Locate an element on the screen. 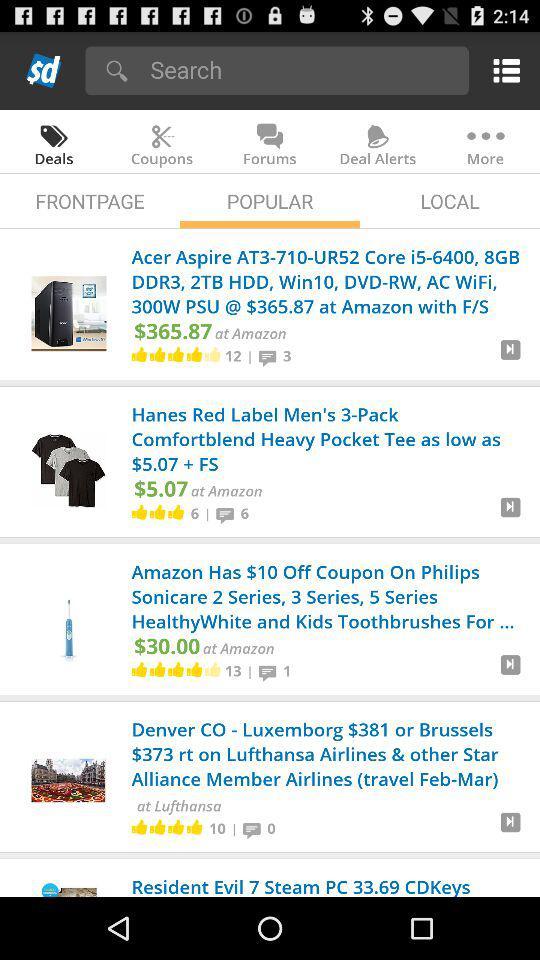  the app to the right of the popular icon is located at coordinates (449, 201).